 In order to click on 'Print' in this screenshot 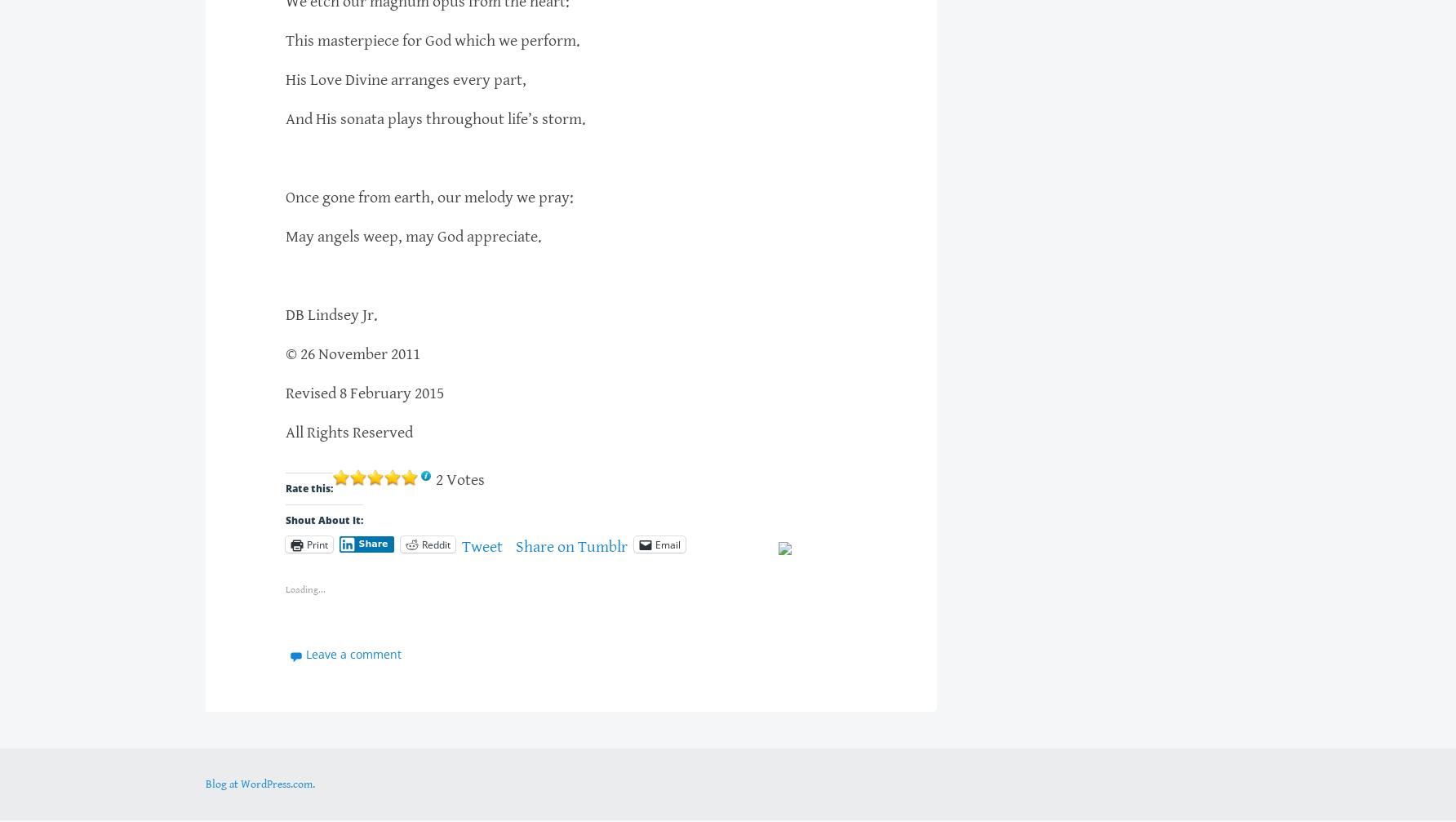, I will do `click(316, 543)`.